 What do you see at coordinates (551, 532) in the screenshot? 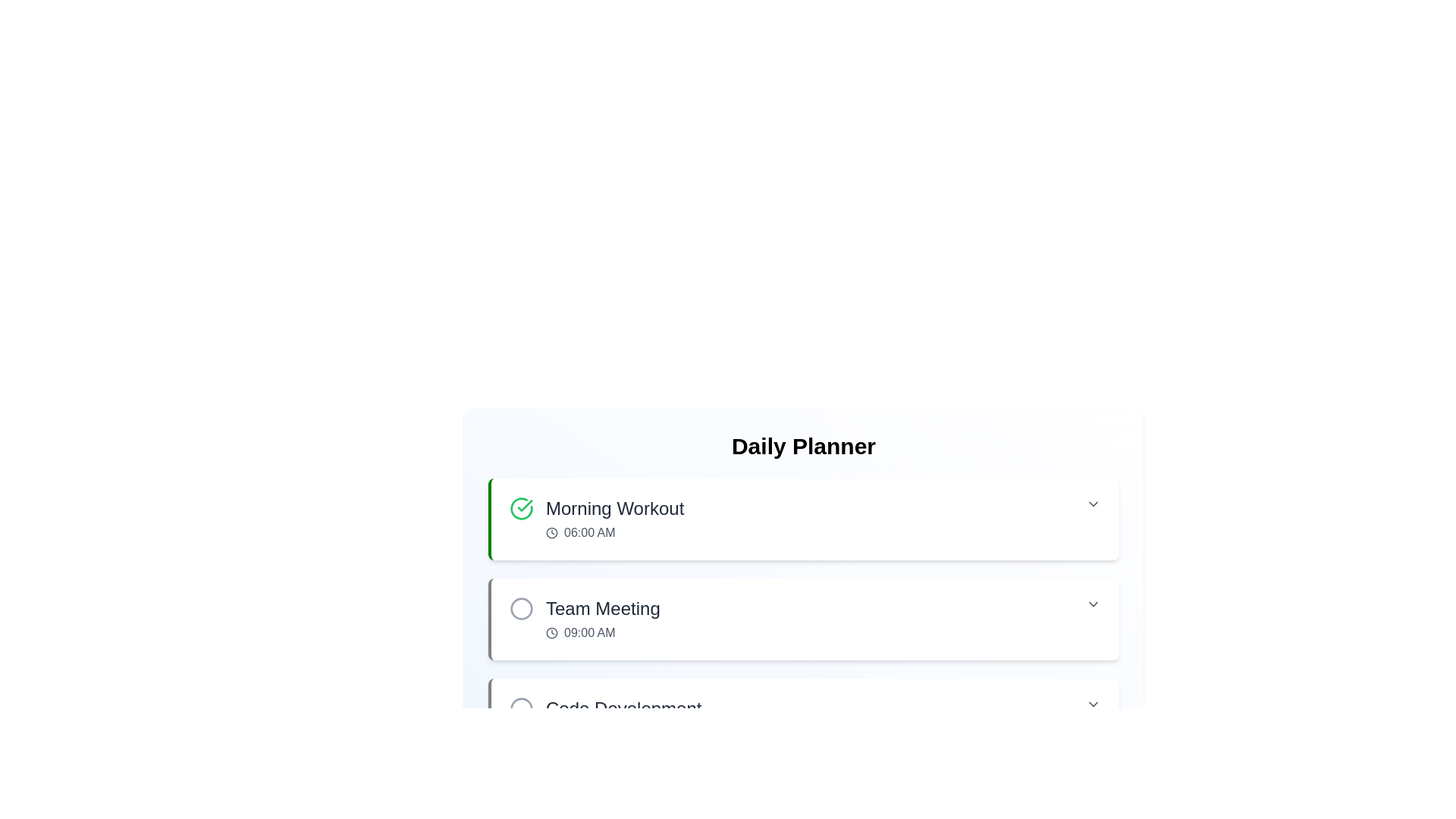
I see `the small circular clock icon located to the left of the text '06:00 AM' in the Daily Planner section` at bounding box center [551, 532].